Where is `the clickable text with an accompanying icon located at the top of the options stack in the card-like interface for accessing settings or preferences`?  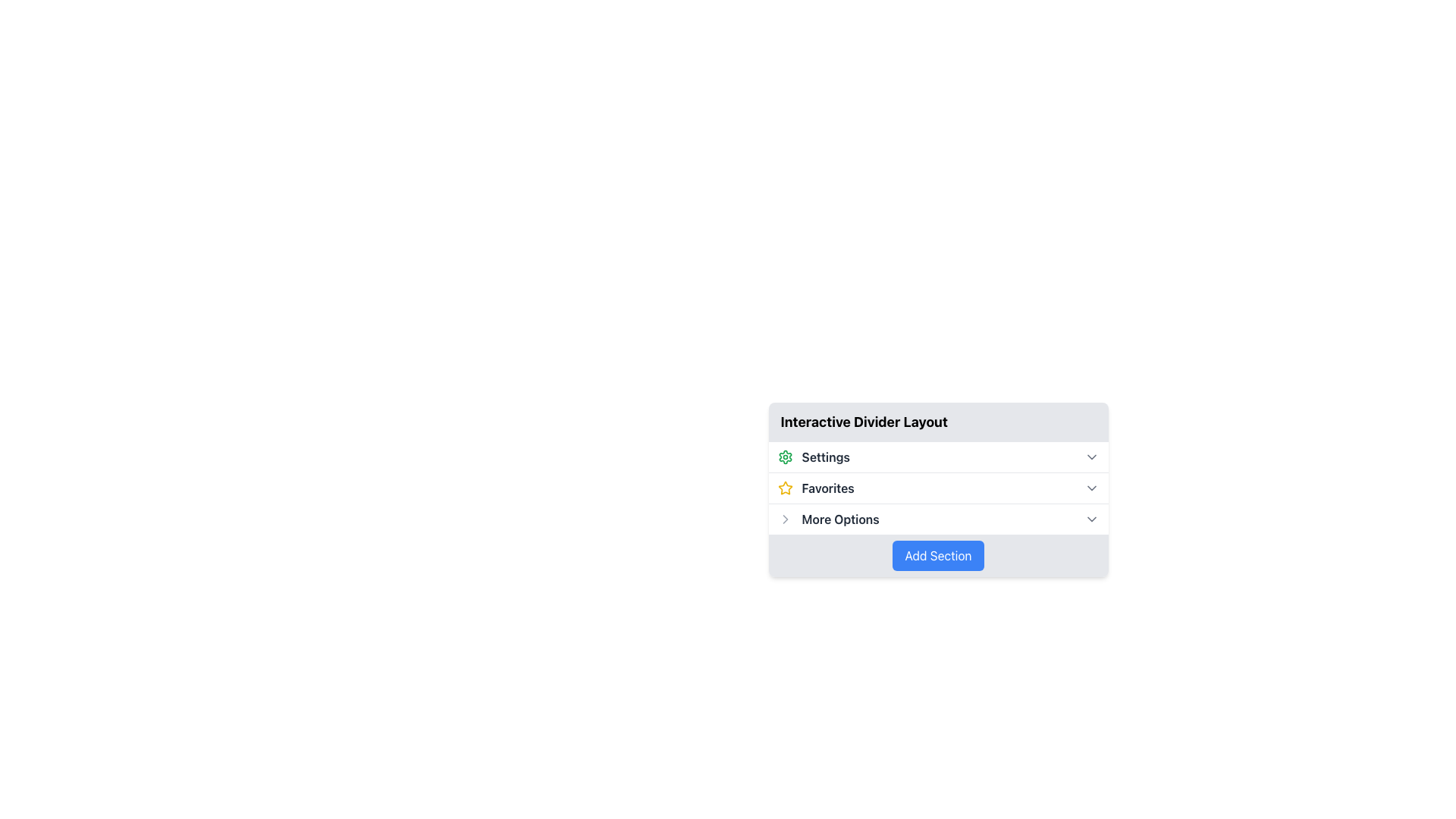
the clickable text with an accompanying icon located at the top of the options stack in the card-like interface for accessing settings or preferences is located at coordinates (813, 456).